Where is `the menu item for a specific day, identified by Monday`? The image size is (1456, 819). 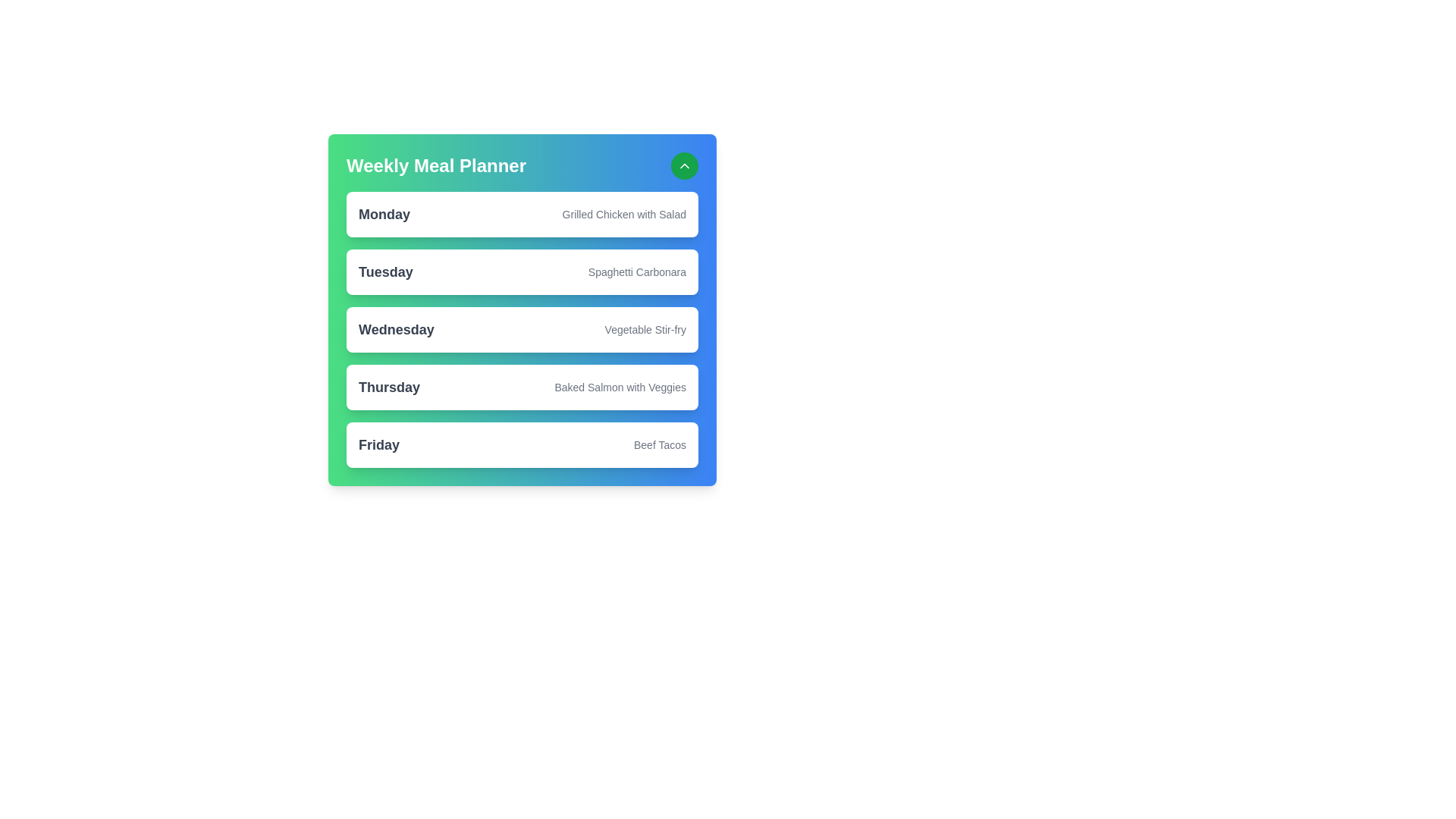
the menu item for a specific day, identified by Monday is located at coordinates (384, 214).